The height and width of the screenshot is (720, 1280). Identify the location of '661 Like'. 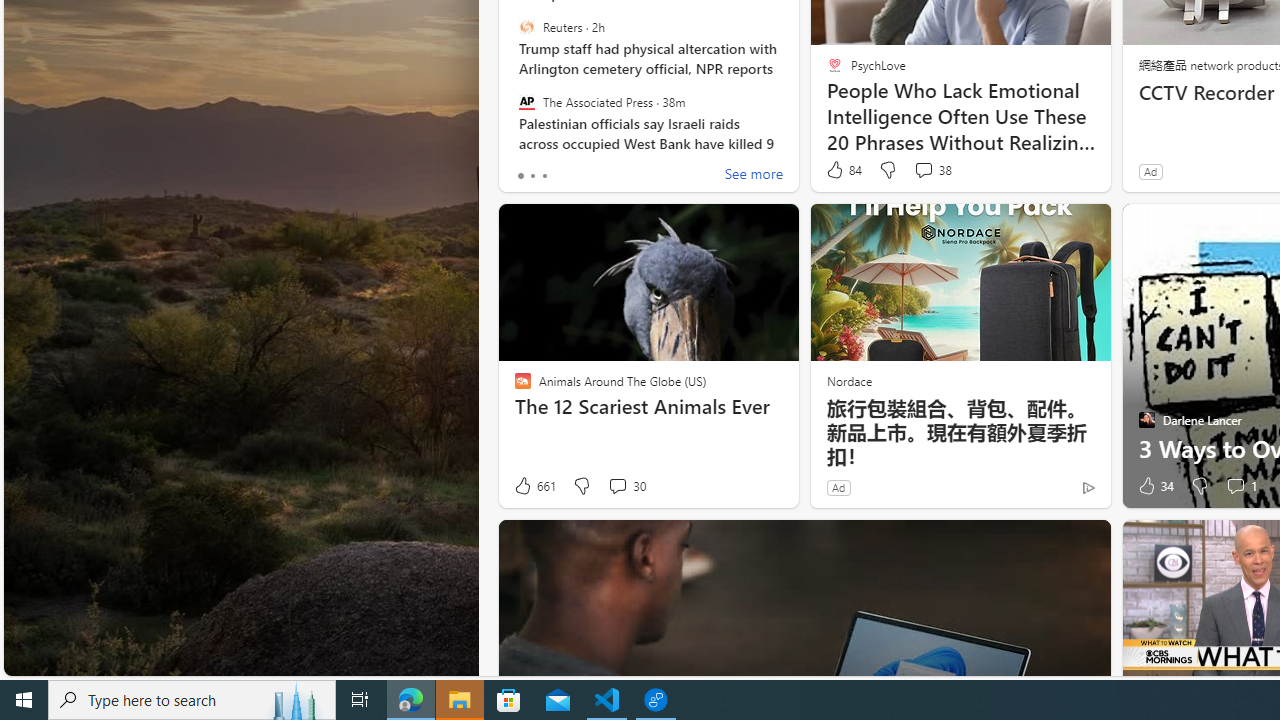
(534, 486).